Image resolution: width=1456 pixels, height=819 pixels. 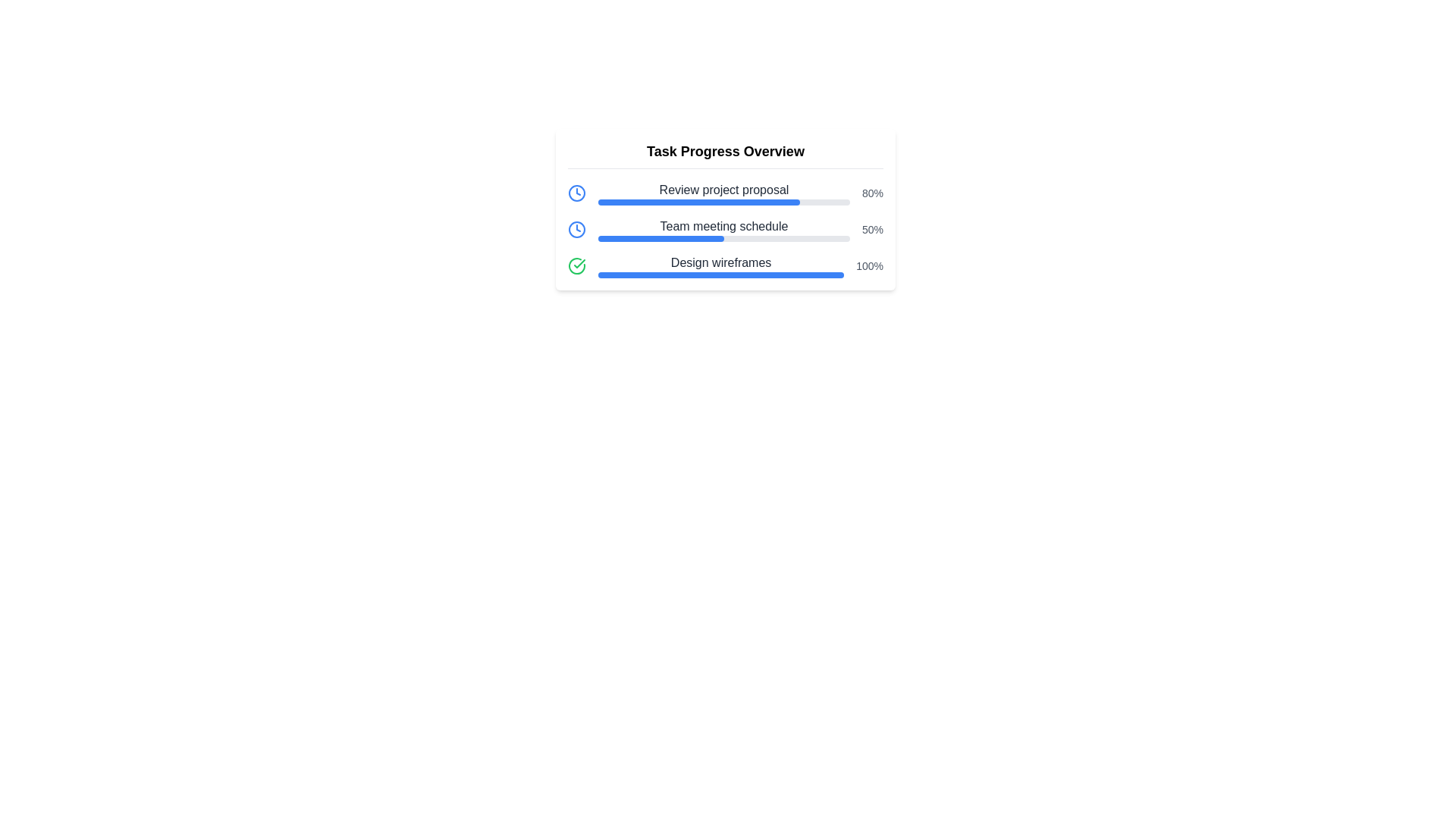 I want to click on the blue circular ring that forms the outer edge of the SVG icon next to the 'Team meeting schedule' text in the 'Task Progress Overview' card, so click(x=576, y=192).